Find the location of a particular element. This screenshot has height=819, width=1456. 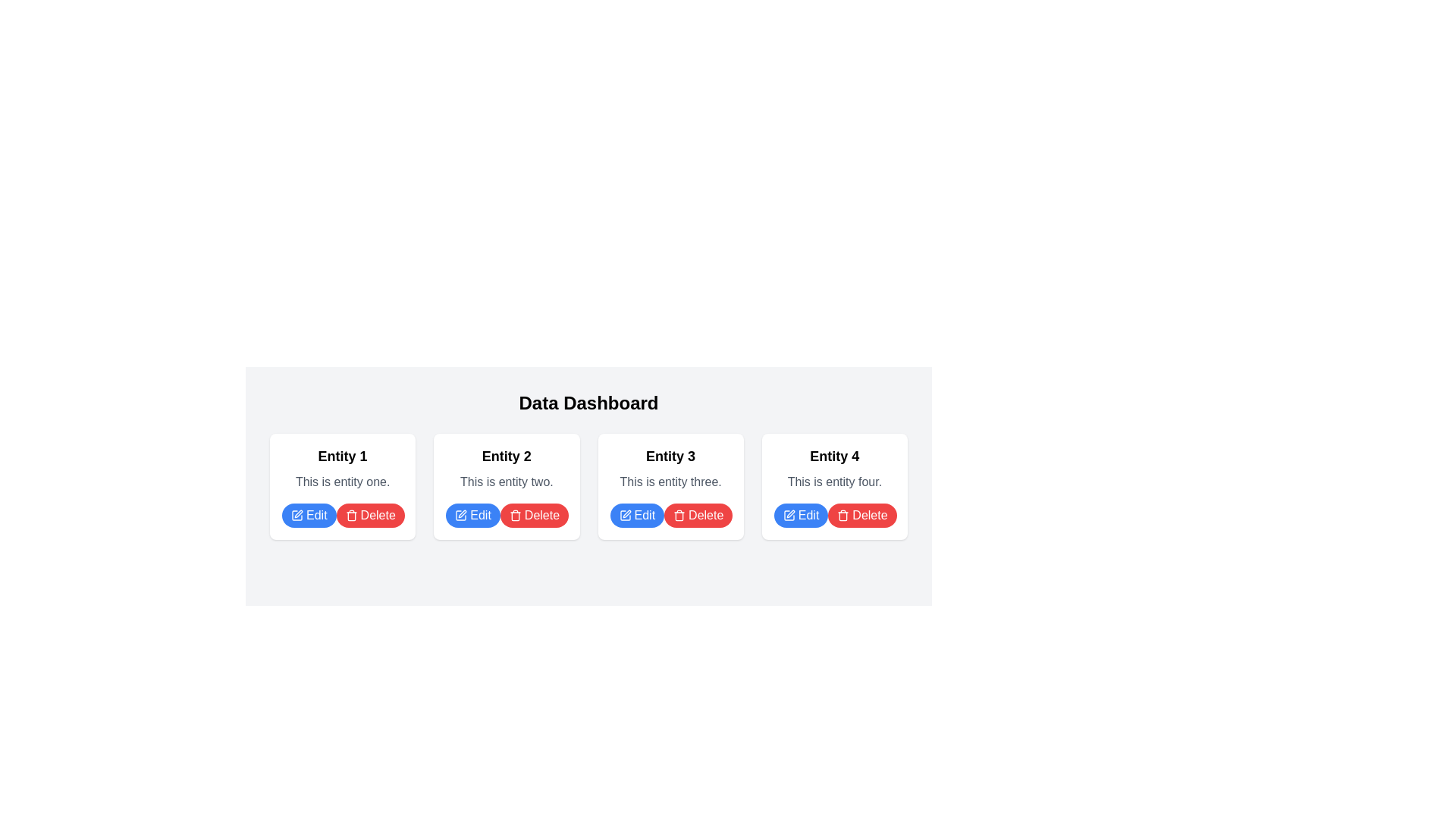

the 'Edit' button located within the fourth card labeled 'Entity 4' in the 'Data Dashboard', which features a square icon with rounded edges and a pen inside it is located at coordinates (789, 514).